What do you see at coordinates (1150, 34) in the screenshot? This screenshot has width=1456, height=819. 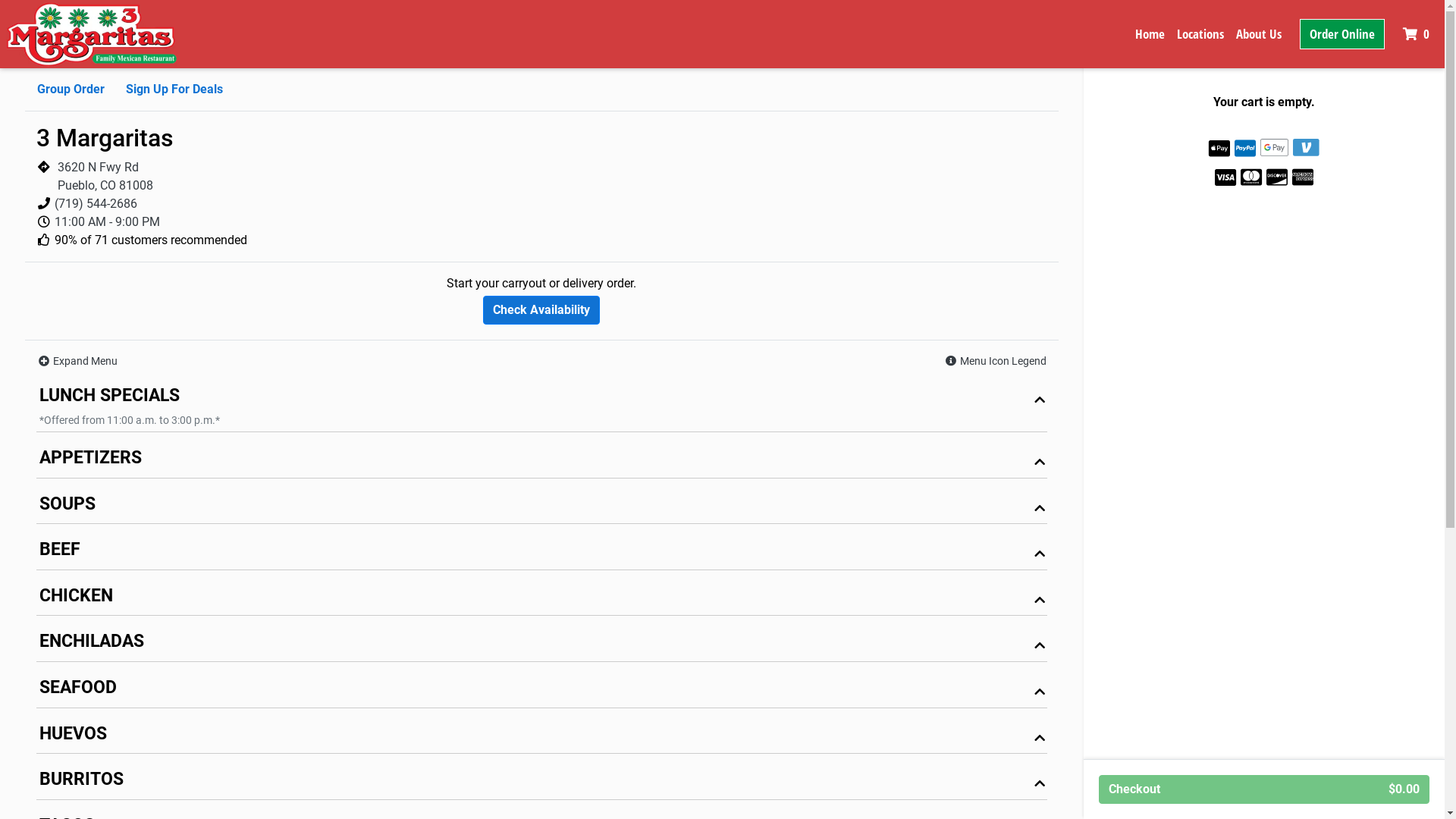 I see `'Home'` at bounding box center [1150, 34].